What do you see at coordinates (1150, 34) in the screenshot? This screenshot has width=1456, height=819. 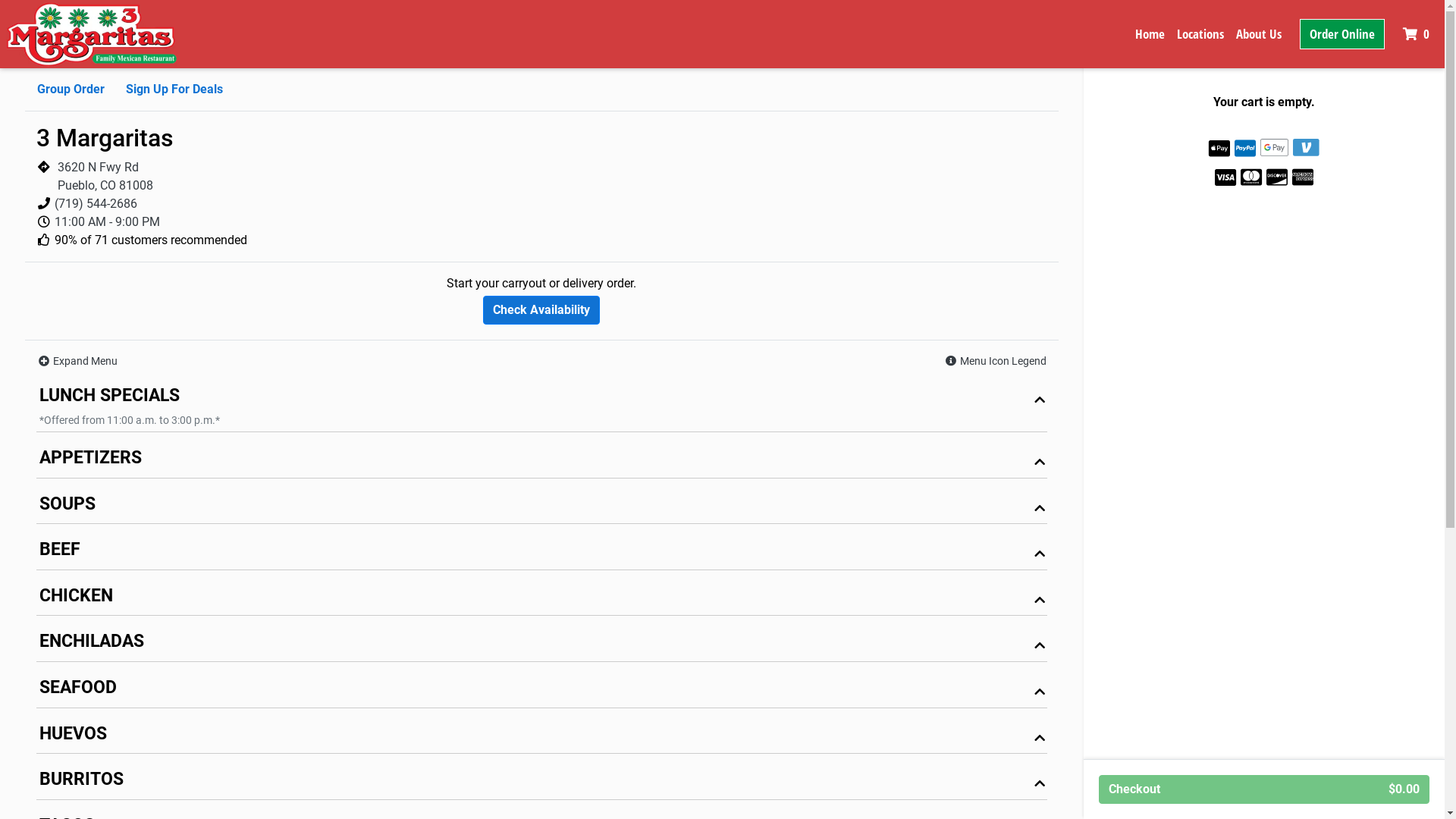 I see `'Home'` at bounding box center [1150, 34].